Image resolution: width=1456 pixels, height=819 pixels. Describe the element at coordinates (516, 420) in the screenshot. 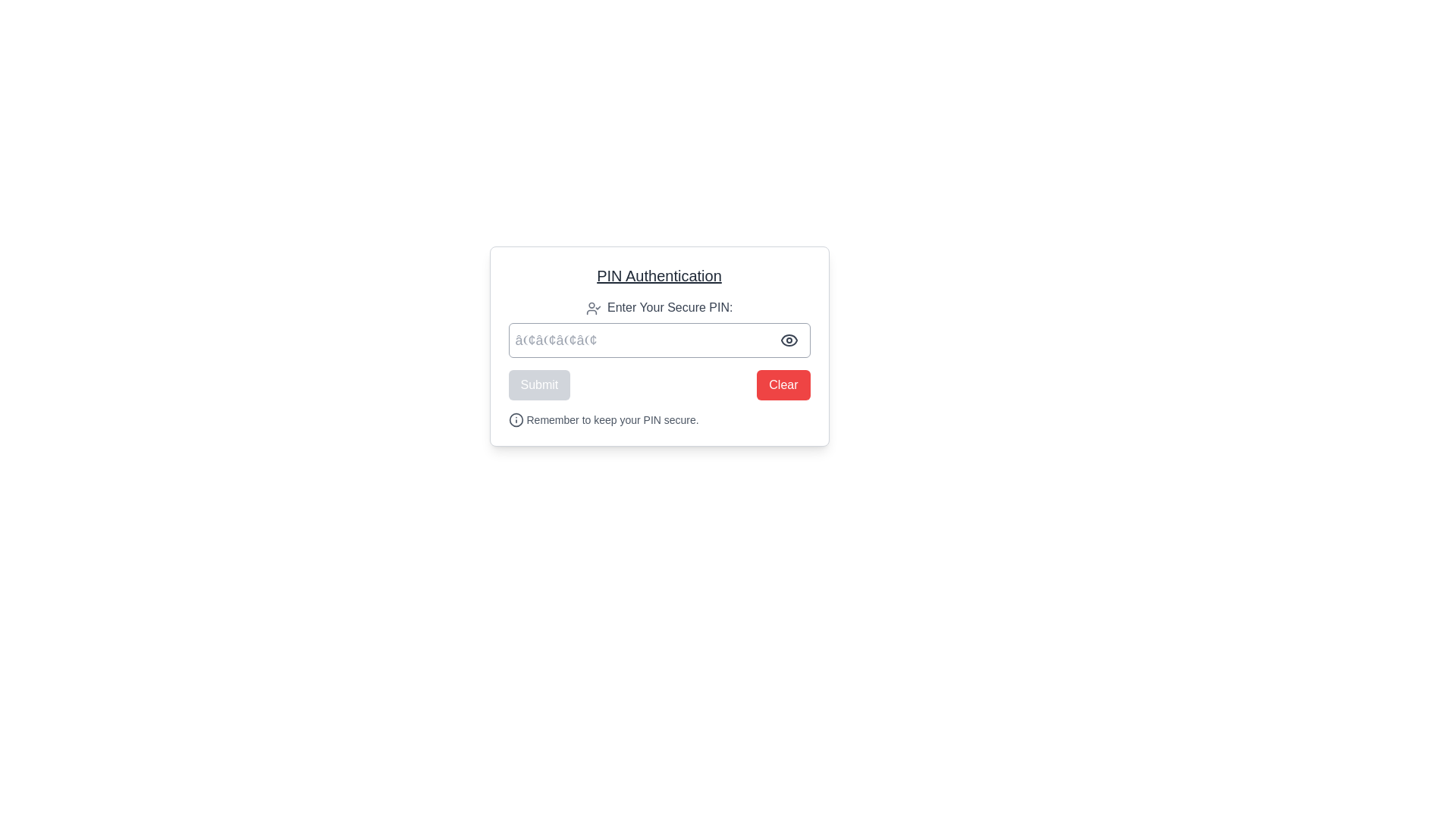

I see `the SVG Circle element that is part of the 'info' icon in the warning message area of the PIN authentication interface` at that location.